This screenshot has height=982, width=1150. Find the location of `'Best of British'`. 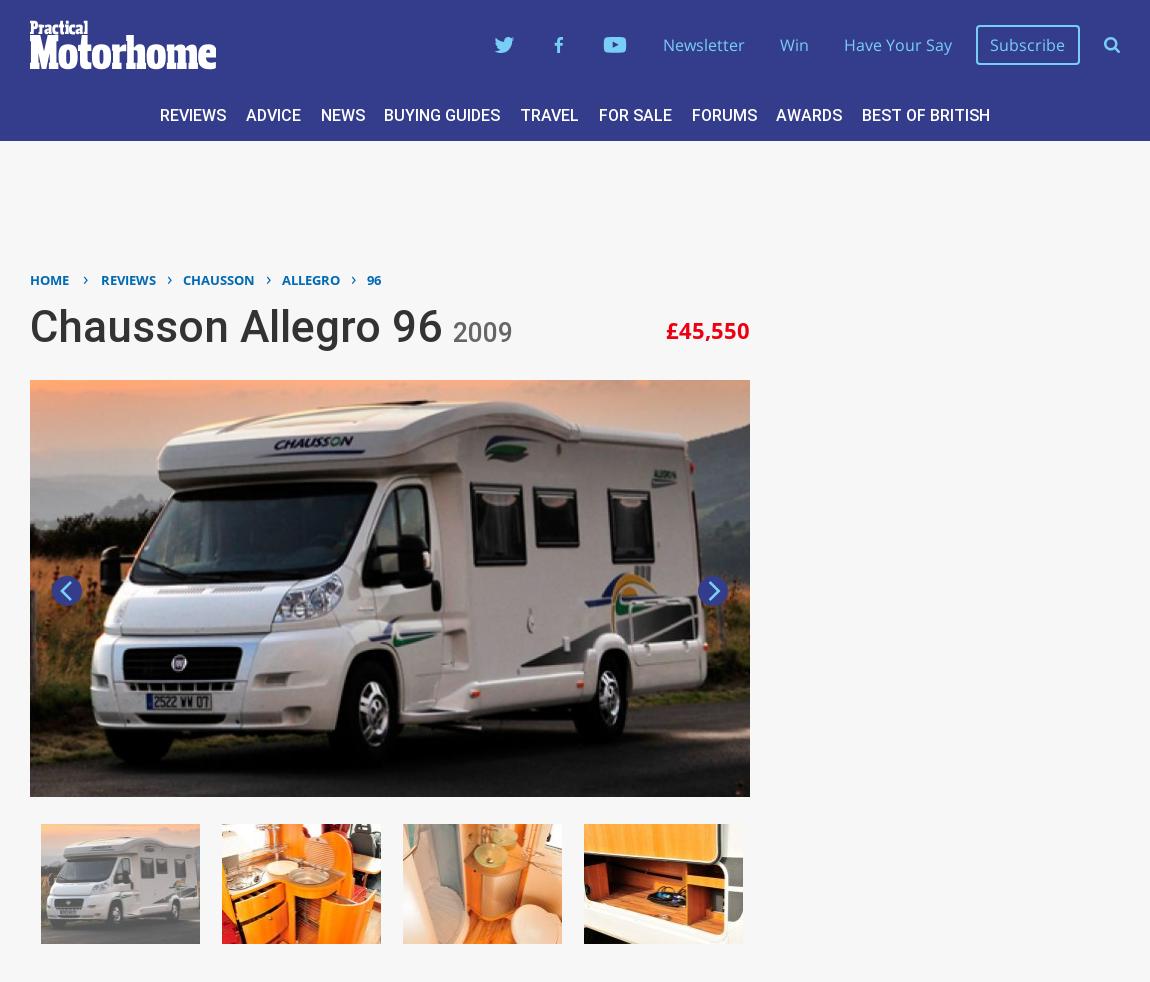

'Best of British' is located at coordinates (925, 113).